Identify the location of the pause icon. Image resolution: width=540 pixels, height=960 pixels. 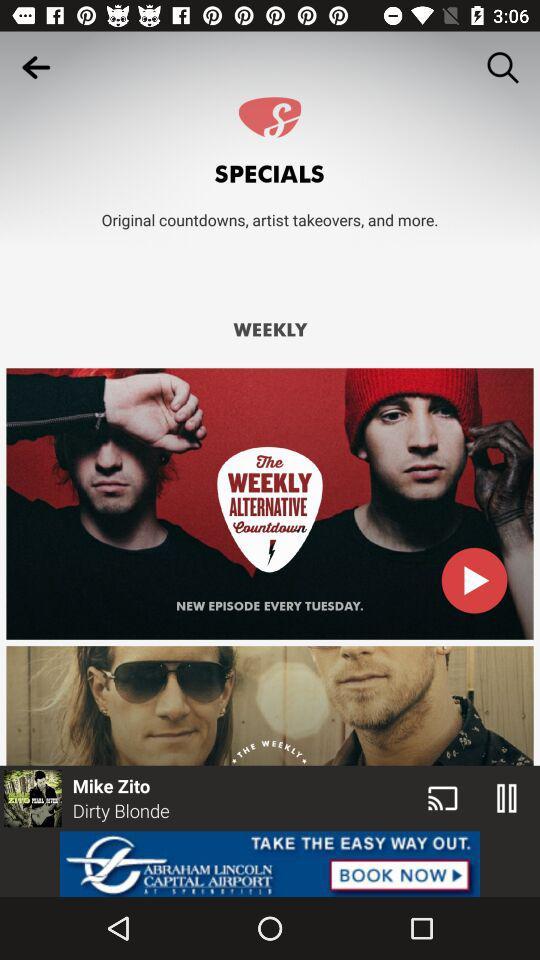
(507, 798).